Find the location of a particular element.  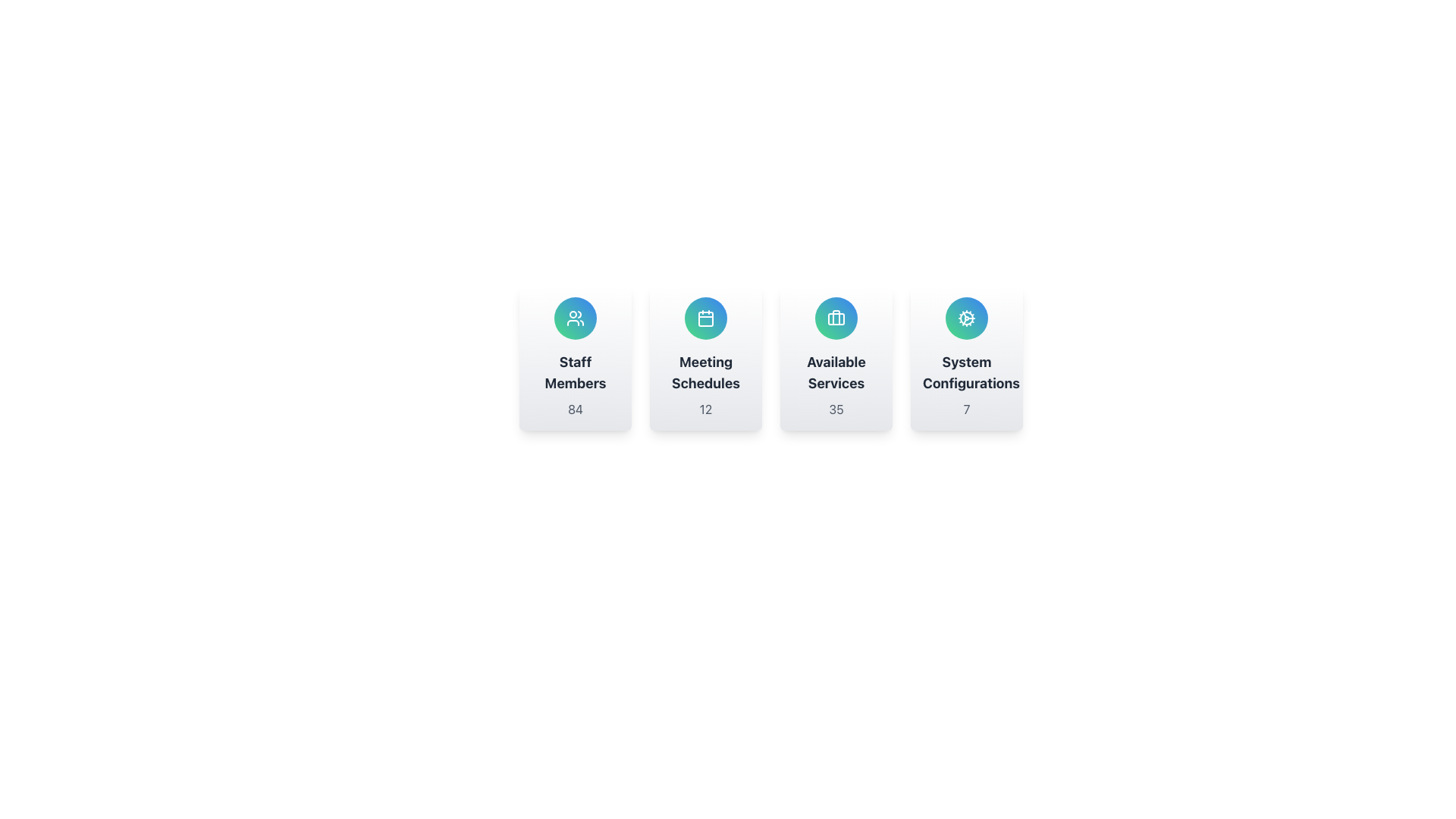

the central rectangle of the calendar icon representing 'Meeting Schedules', which is the main body of the icon located in the second card from the left is located at coordinates (705, 318).